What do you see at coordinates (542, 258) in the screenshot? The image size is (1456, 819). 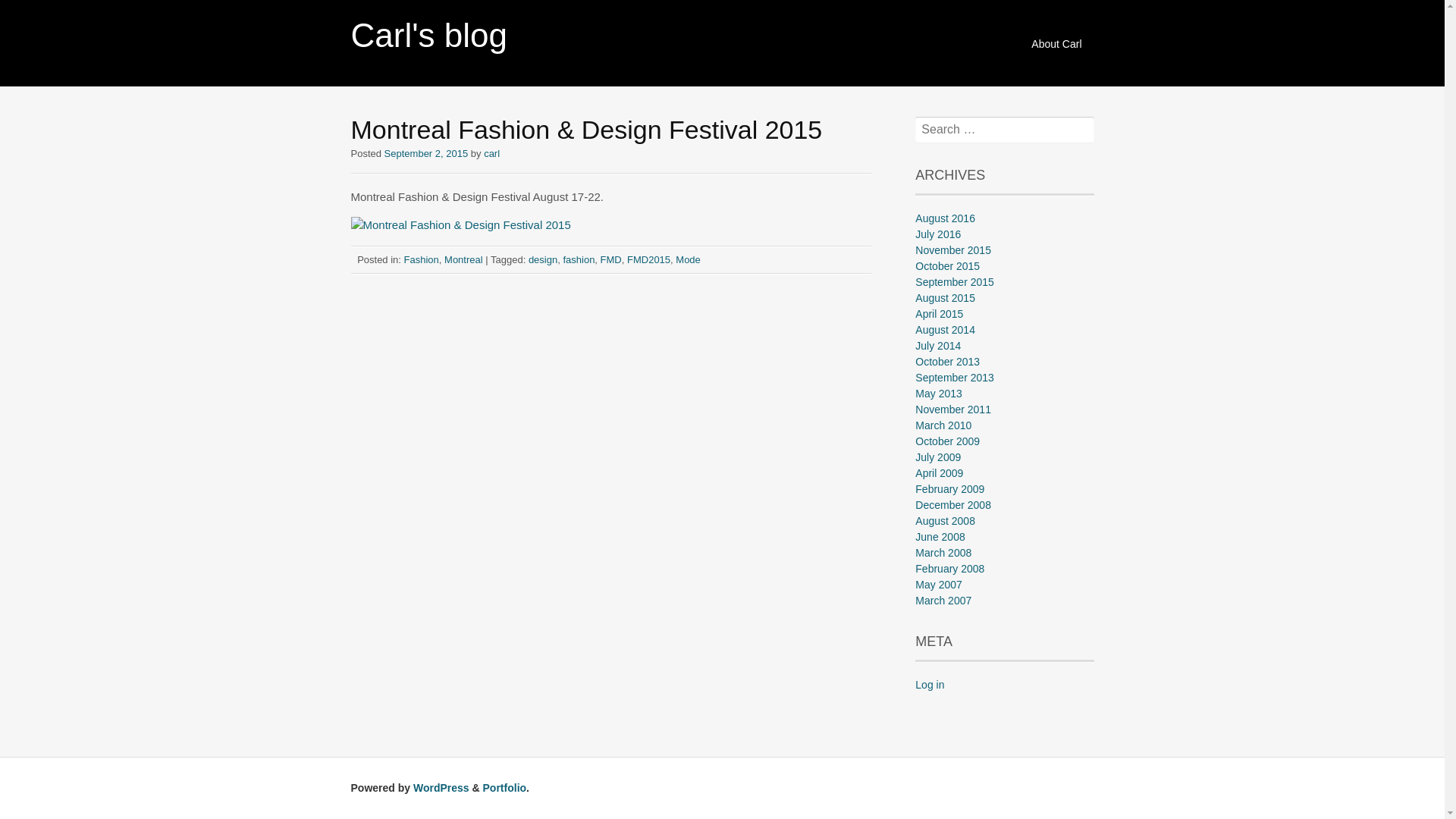 I see `'design'` at bounding box center [542, 258].